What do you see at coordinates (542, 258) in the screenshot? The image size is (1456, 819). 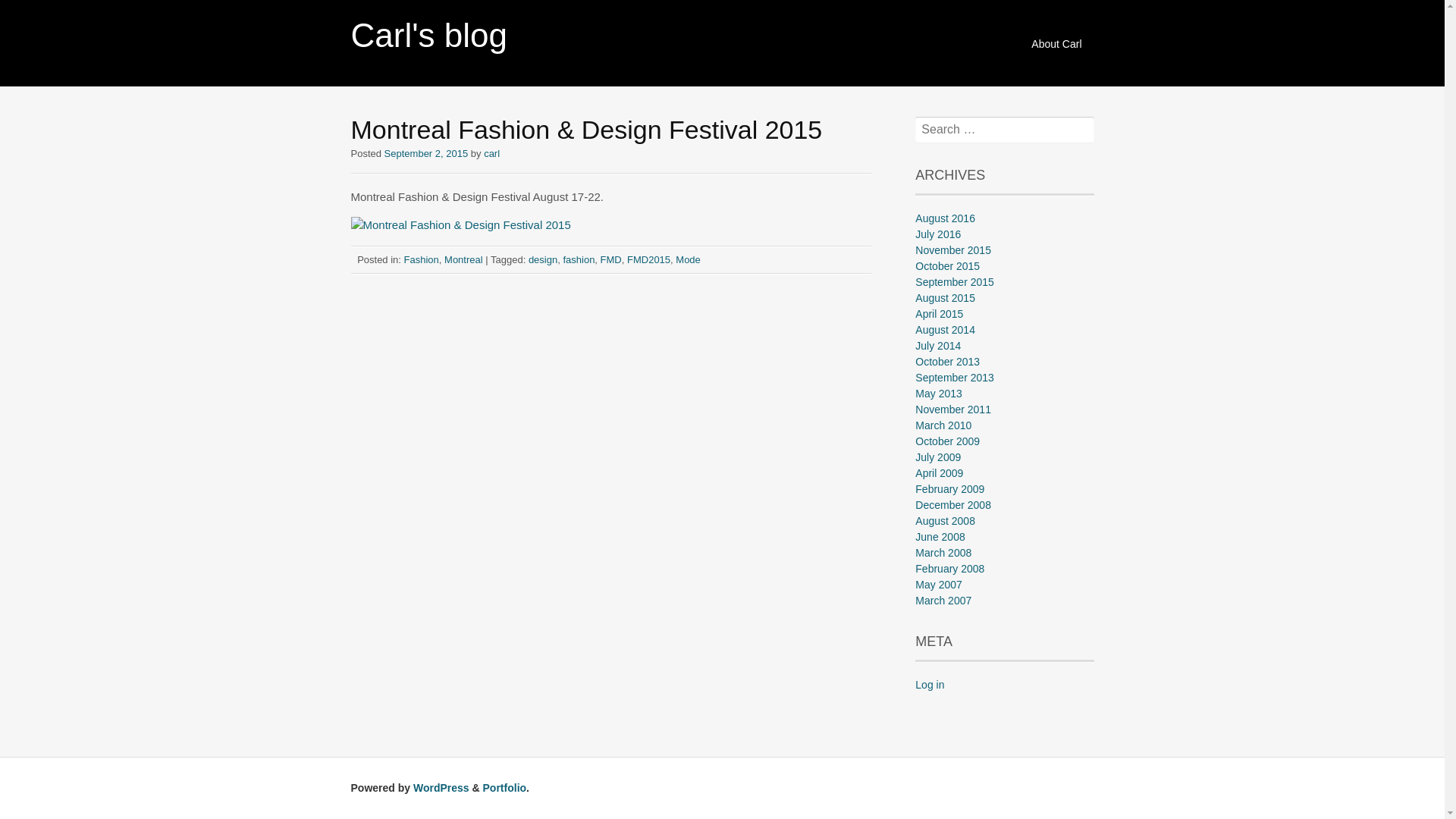 I see `'design'` at bounding box center [542, 258].